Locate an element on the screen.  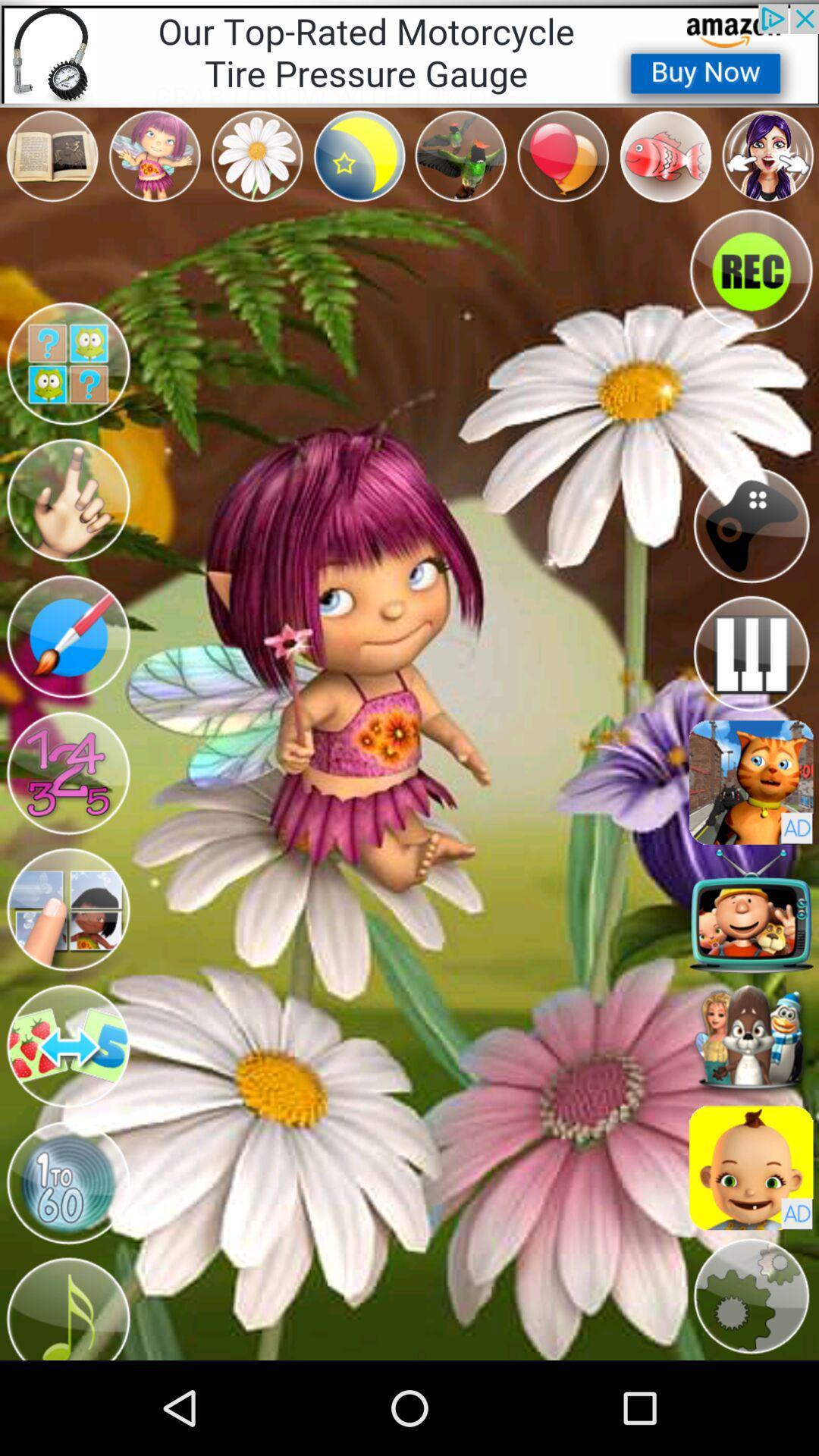
help option is located at coordinates (67, 364).